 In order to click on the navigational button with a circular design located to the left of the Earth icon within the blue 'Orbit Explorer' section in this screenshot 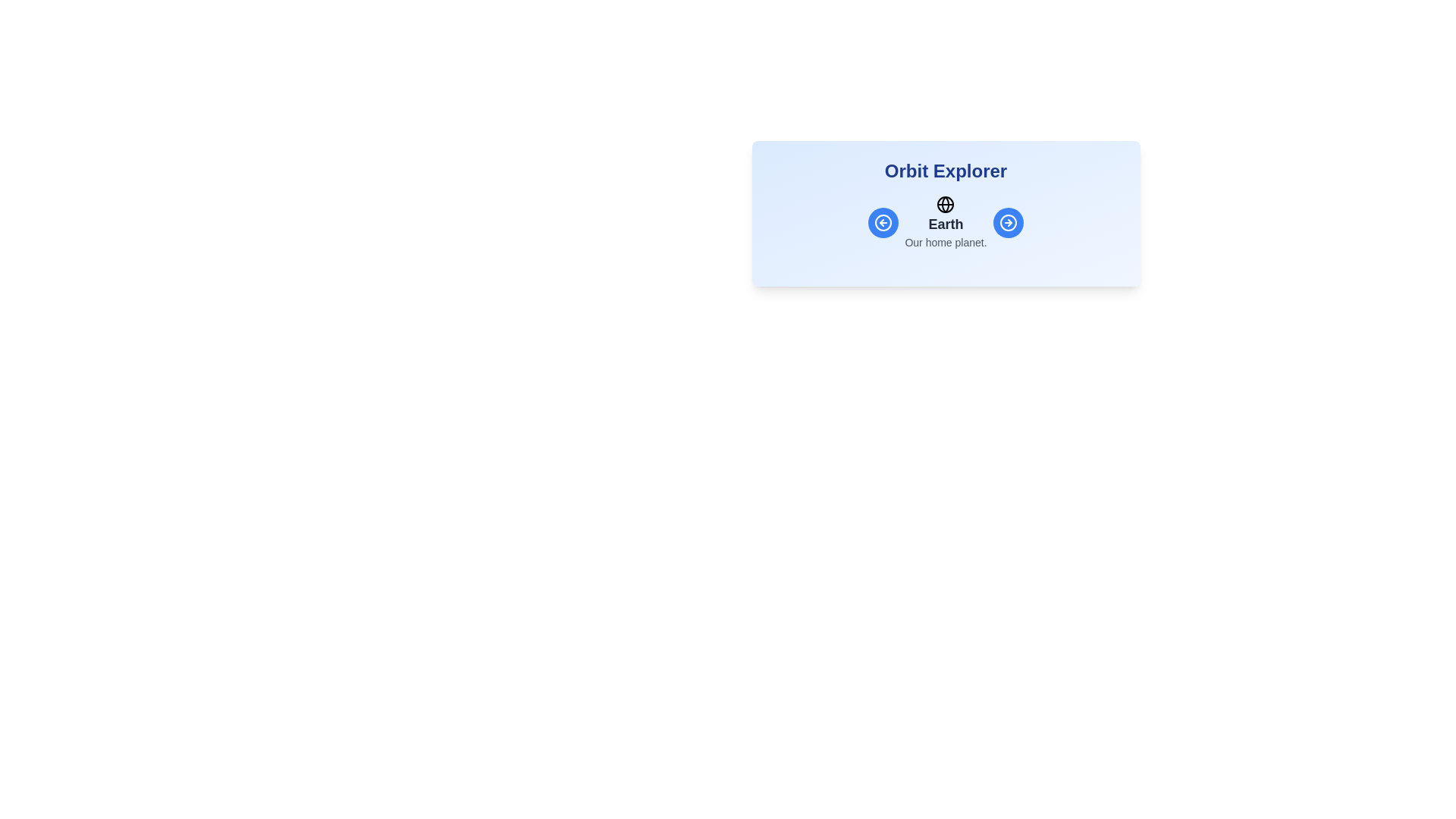, I will do `click(883, 222)`.